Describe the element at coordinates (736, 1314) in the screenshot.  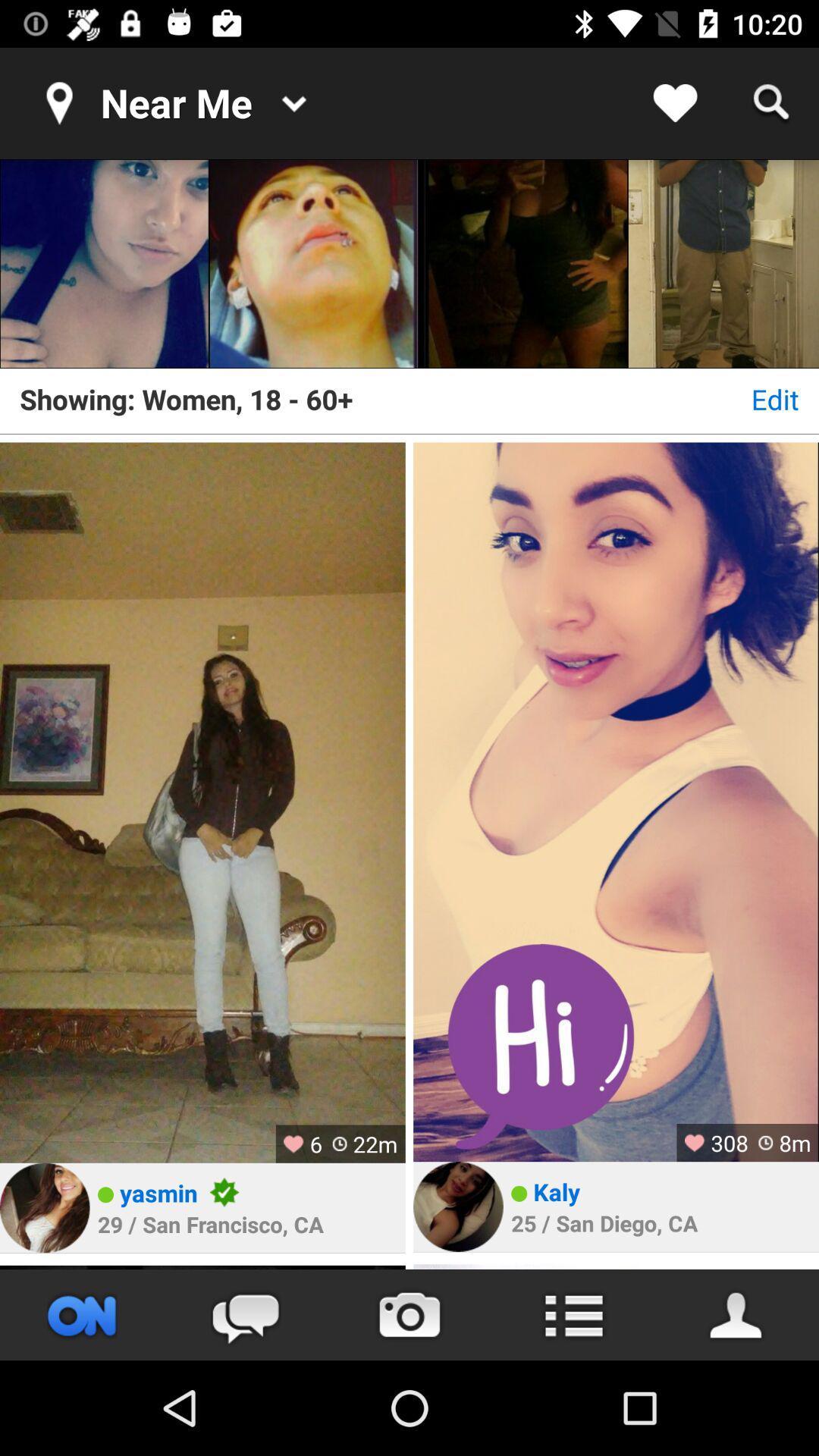
I see `profile icon` at that location.